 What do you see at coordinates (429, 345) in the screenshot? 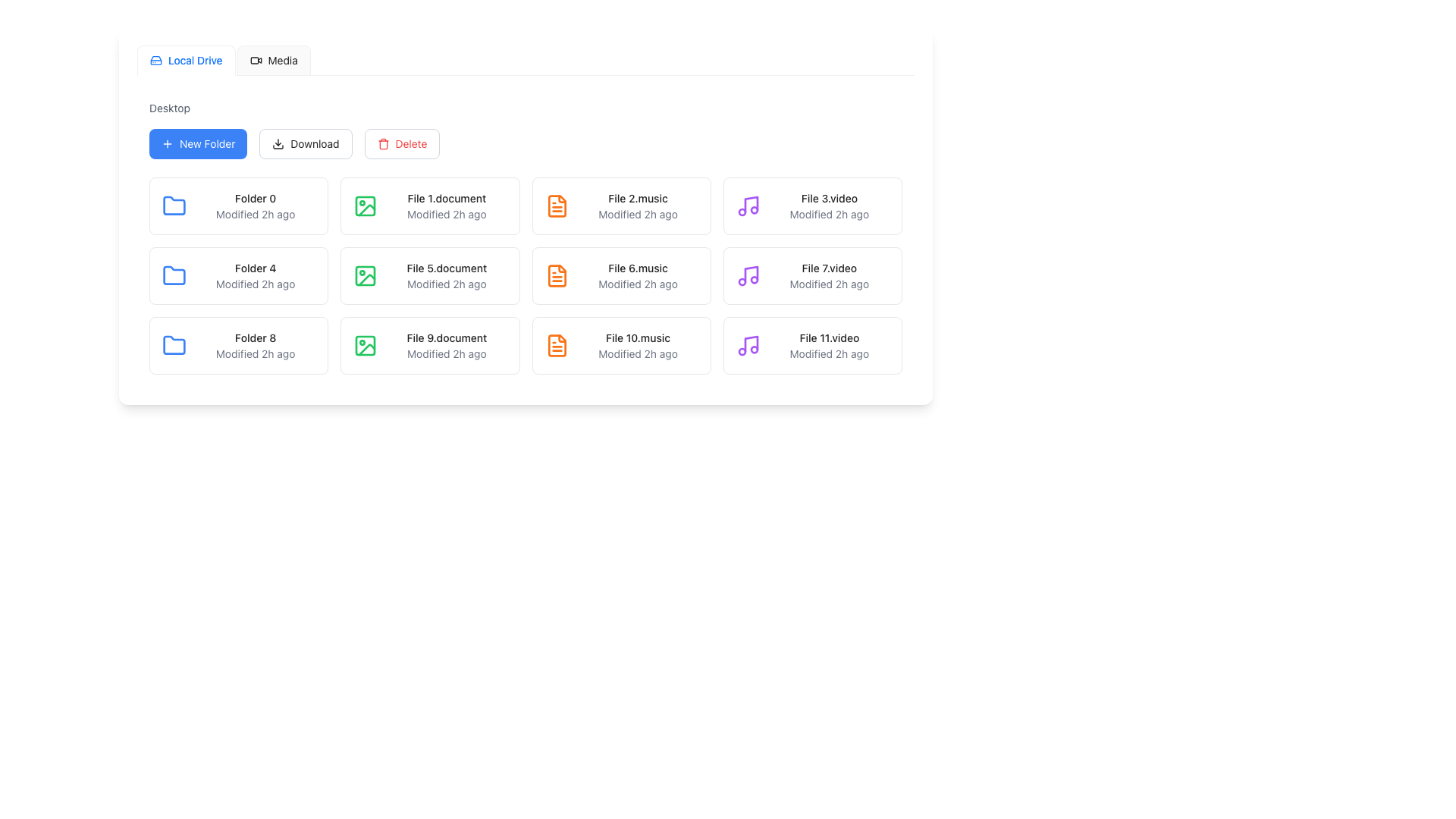
I see `the File entry item representing 'File 9.document'` at bounding box center [429, 345].